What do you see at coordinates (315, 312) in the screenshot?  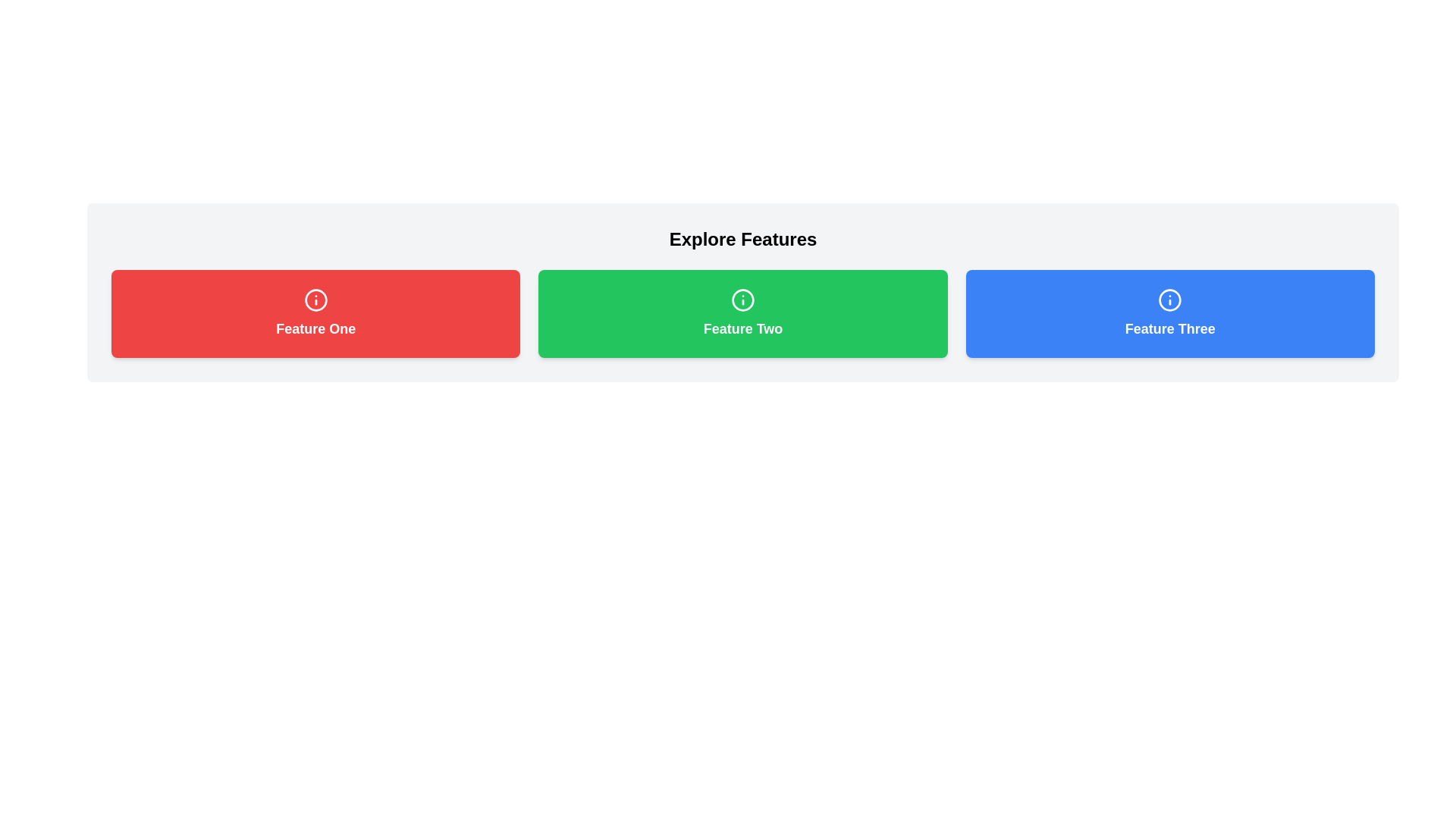 I see `the red rectangular button labeled 'Feature One' which has an information icon above the text` at bounding box center [315, 312].